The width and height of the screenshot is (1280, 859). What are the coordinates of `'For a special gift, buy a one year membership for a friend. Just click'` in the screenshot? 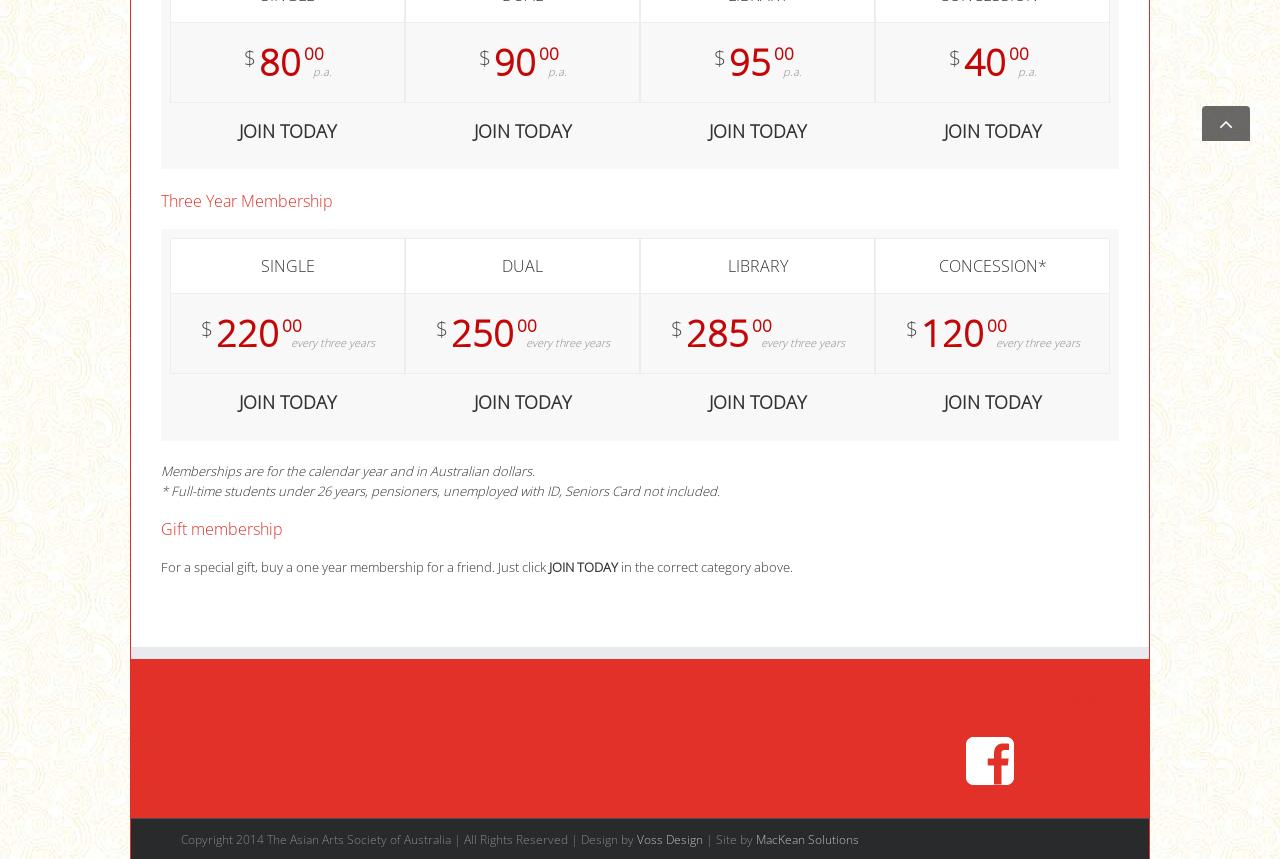 It's located at (354, 566).